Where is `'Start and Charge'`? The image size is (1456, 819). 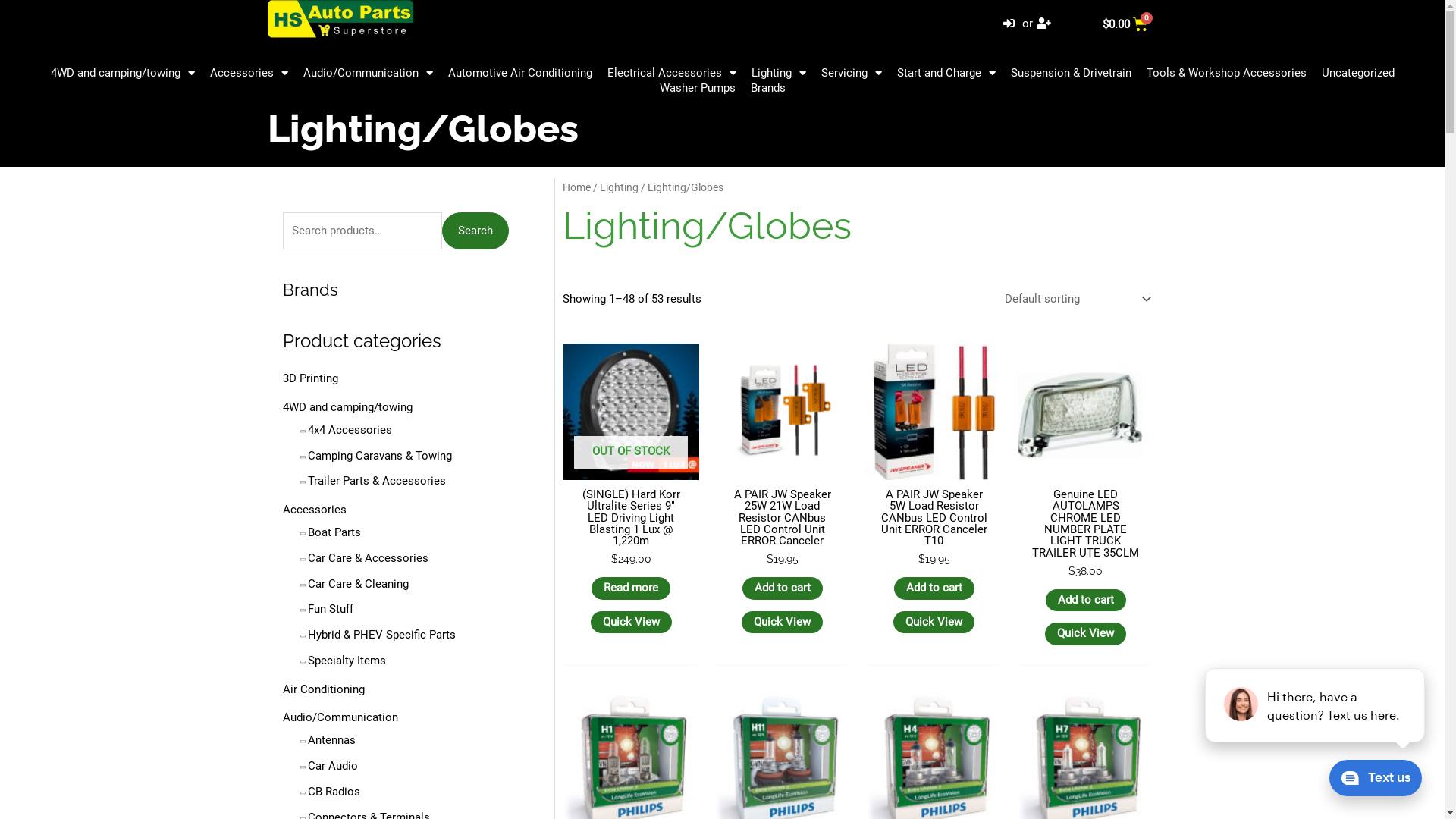
'Start and Charge' is located at coordinates (945, 73).